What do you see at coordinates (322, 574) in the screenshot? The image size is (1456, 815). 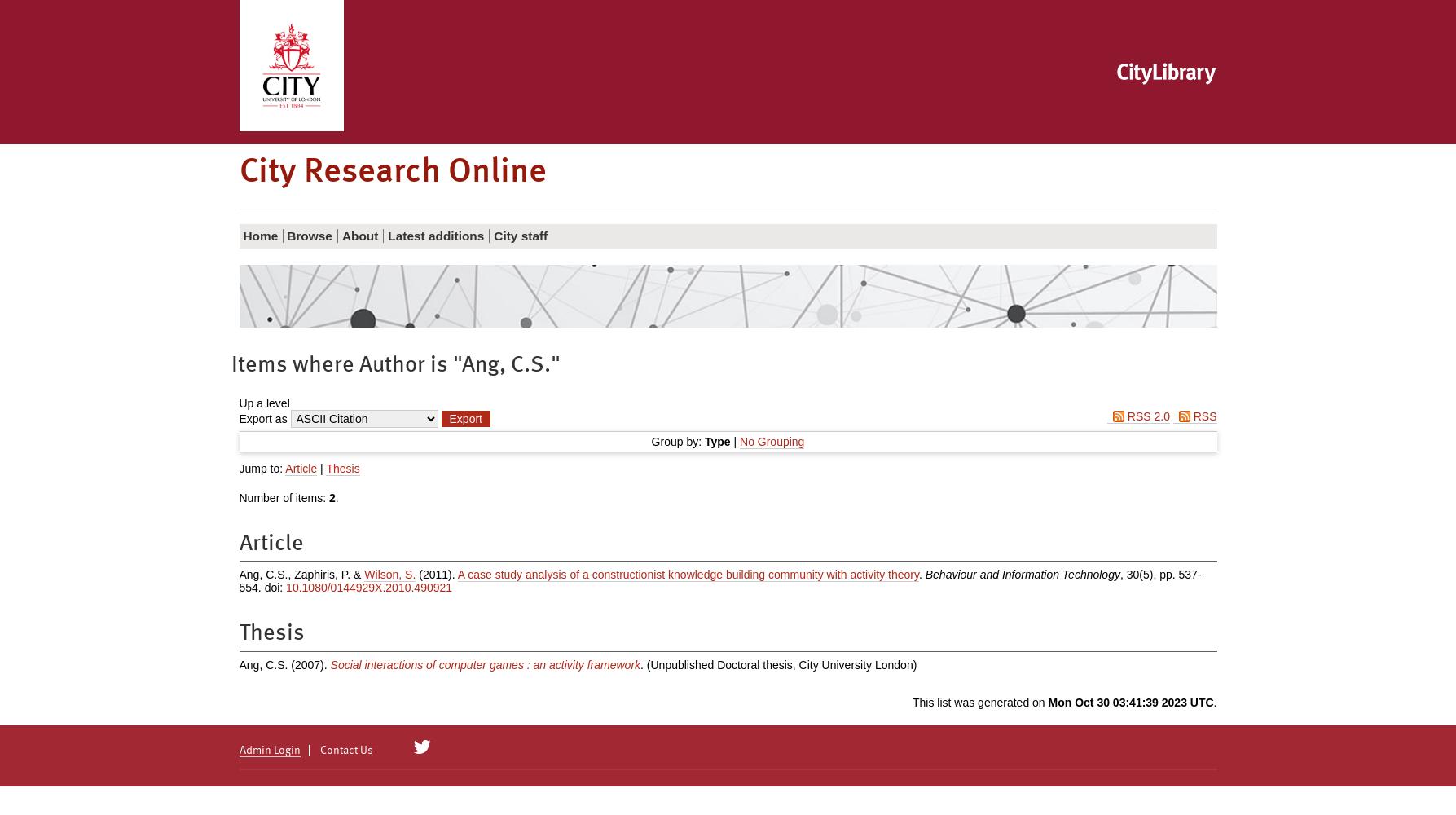 I see `'Zaphiris, P.'` at bounding box center [322, 574].